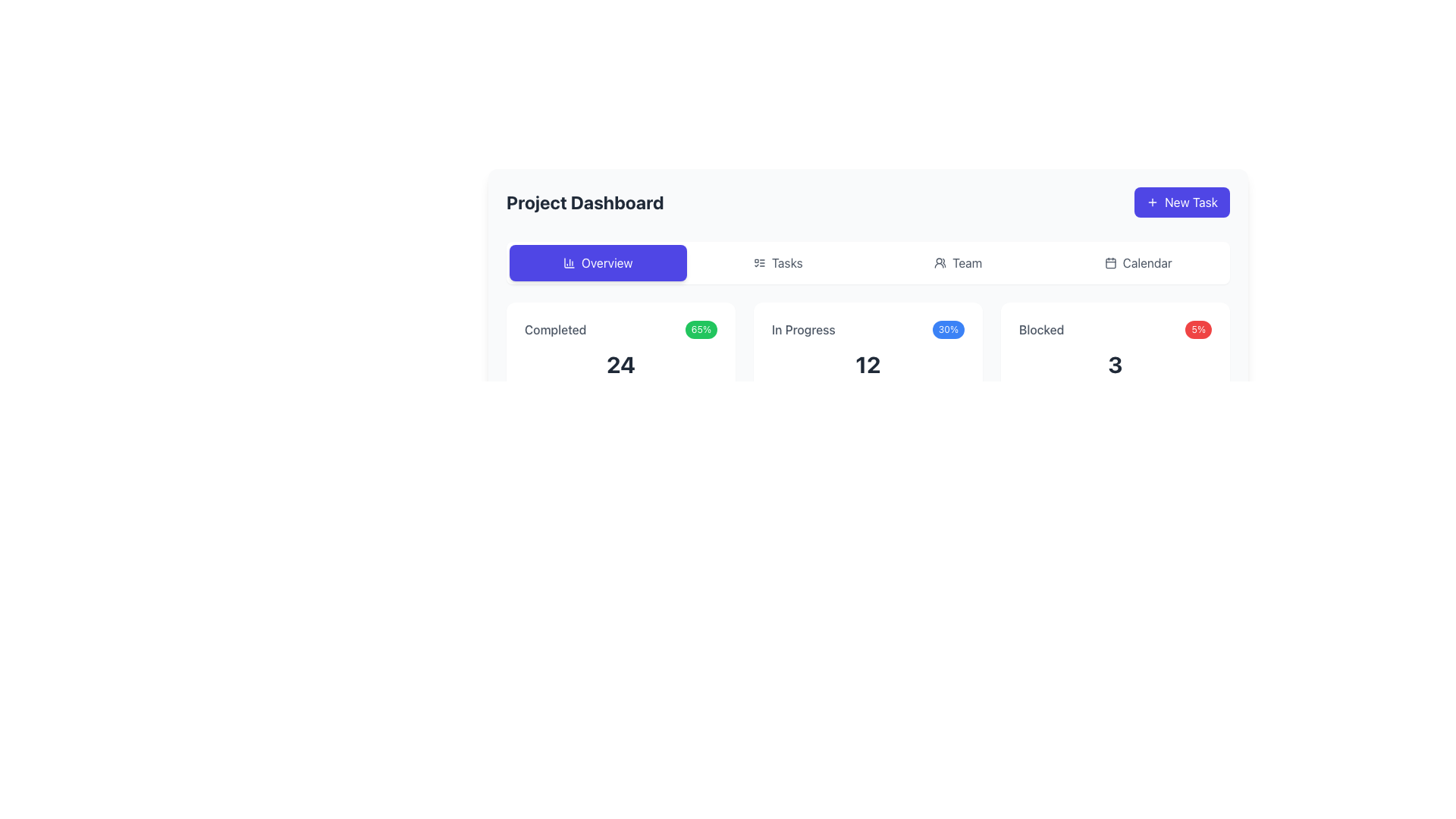  I want to click on the blue 'New Task' button with rounded edges and a plus icon to create a new task, so click(1181, 201).